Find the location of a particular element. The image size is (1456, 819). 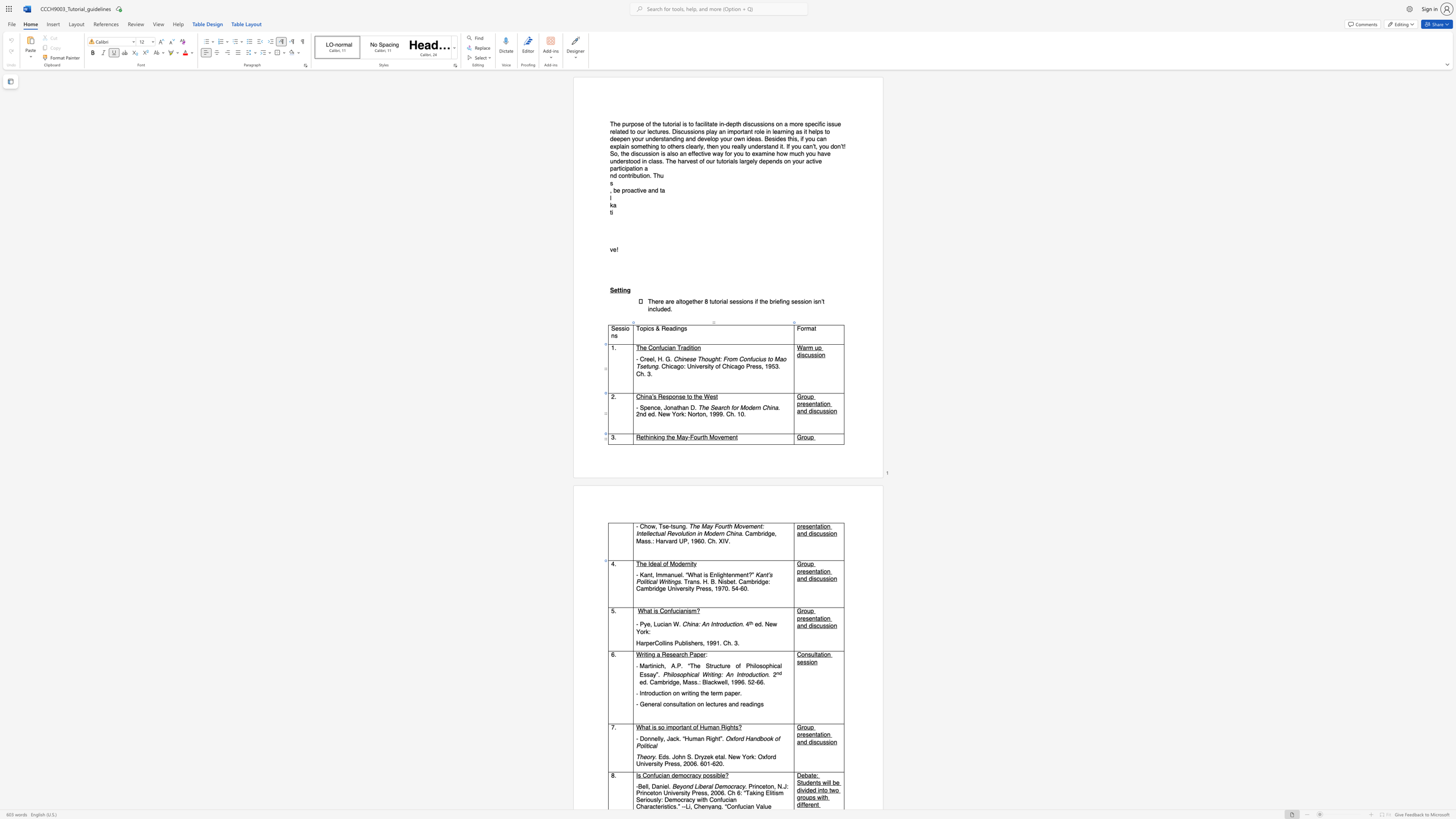

the 1th character "e" in the text is located at coordinates (666, 527).